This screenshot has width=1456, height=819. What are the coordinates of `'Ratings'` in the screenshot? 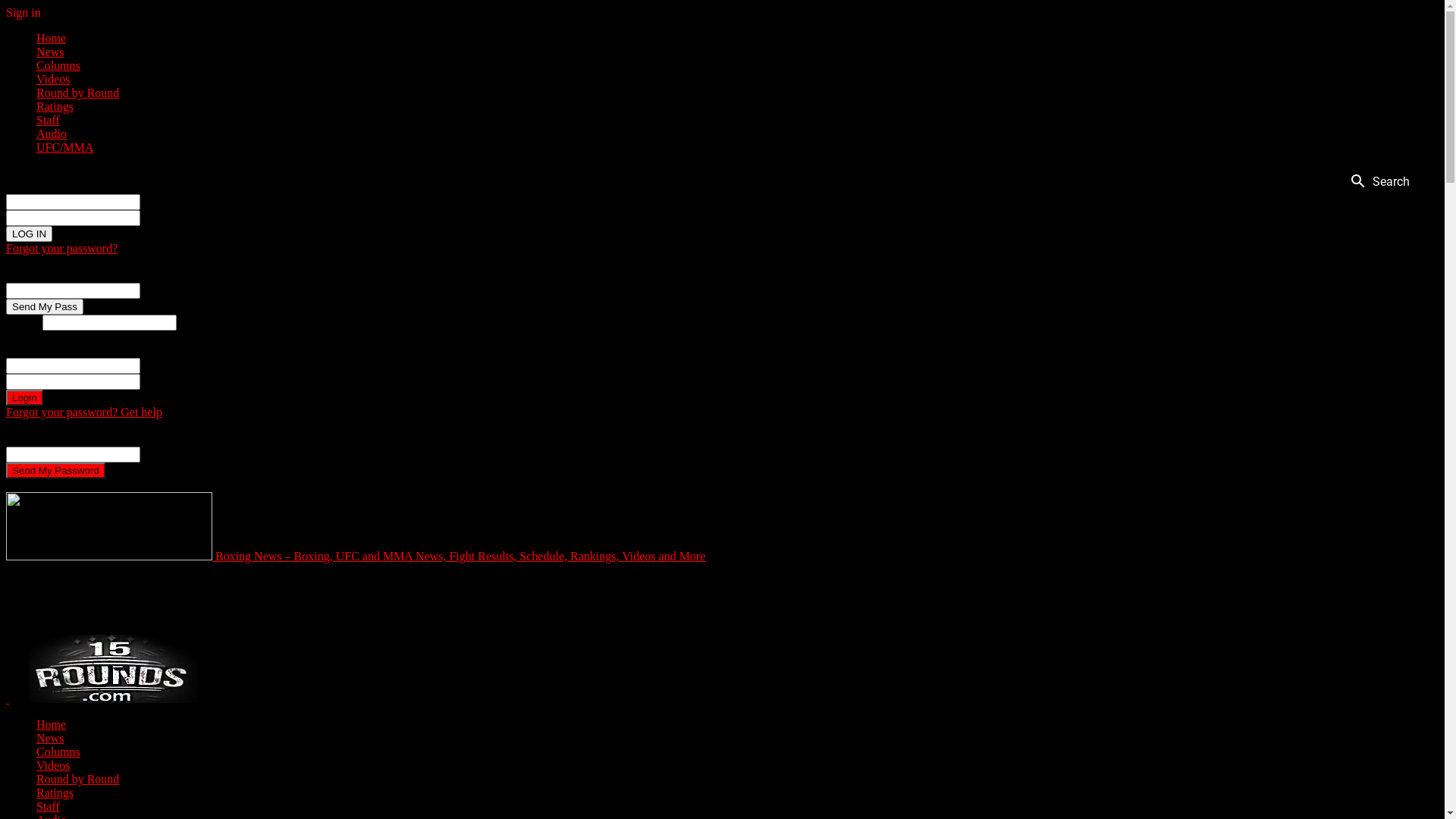 It's located at (55, 792).